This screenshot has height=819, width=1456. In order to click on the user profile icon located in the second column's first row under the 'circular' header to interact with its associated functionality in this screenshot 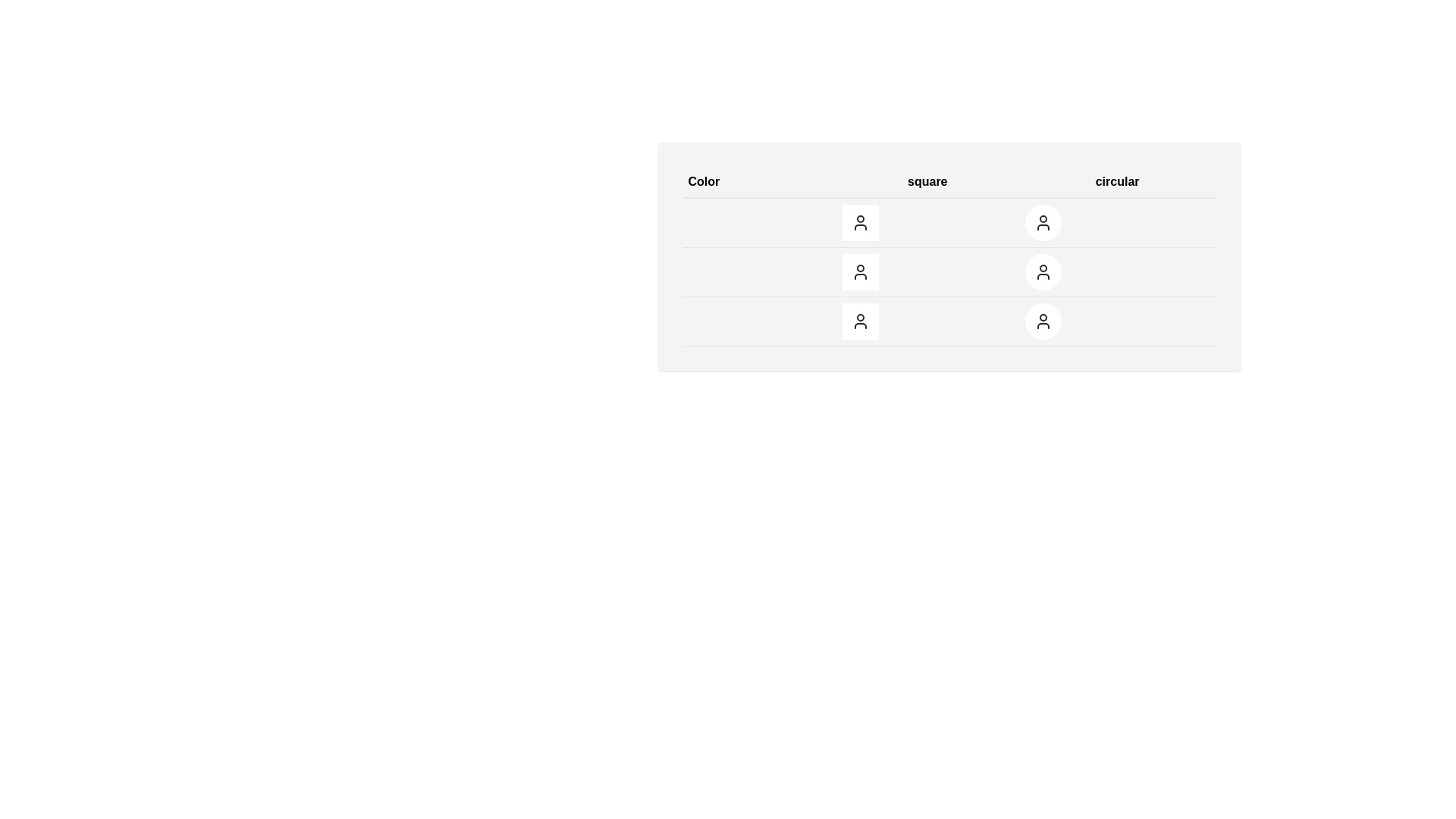, I will do `click(1042, 222)`.